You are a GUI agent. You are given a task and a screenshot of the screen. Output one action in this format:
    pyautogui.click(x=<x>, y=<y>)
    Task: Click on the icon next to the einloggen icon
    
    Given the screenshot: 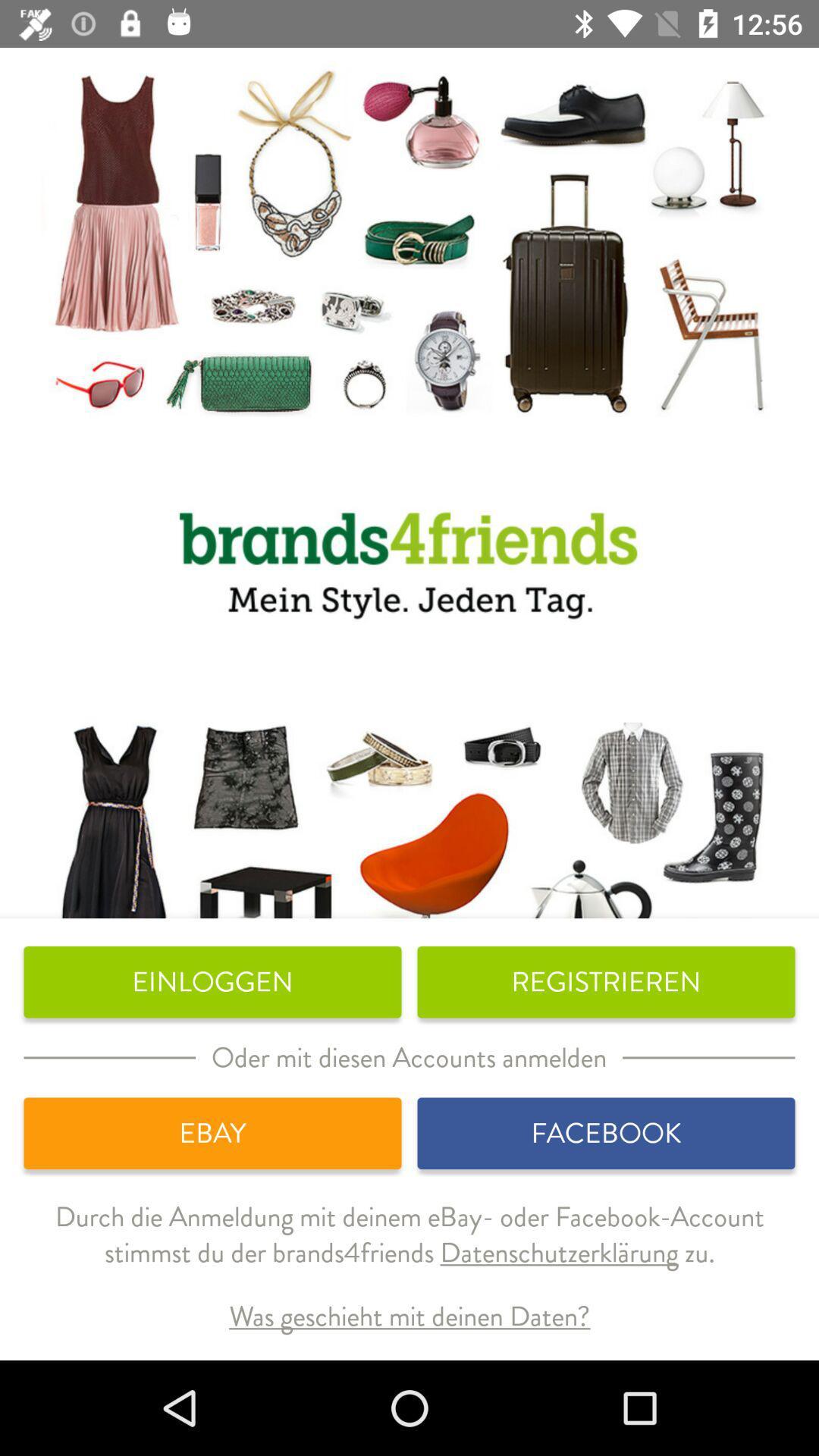 What is the action you would take?
    pyautogui.click(x=605, y=982)
    